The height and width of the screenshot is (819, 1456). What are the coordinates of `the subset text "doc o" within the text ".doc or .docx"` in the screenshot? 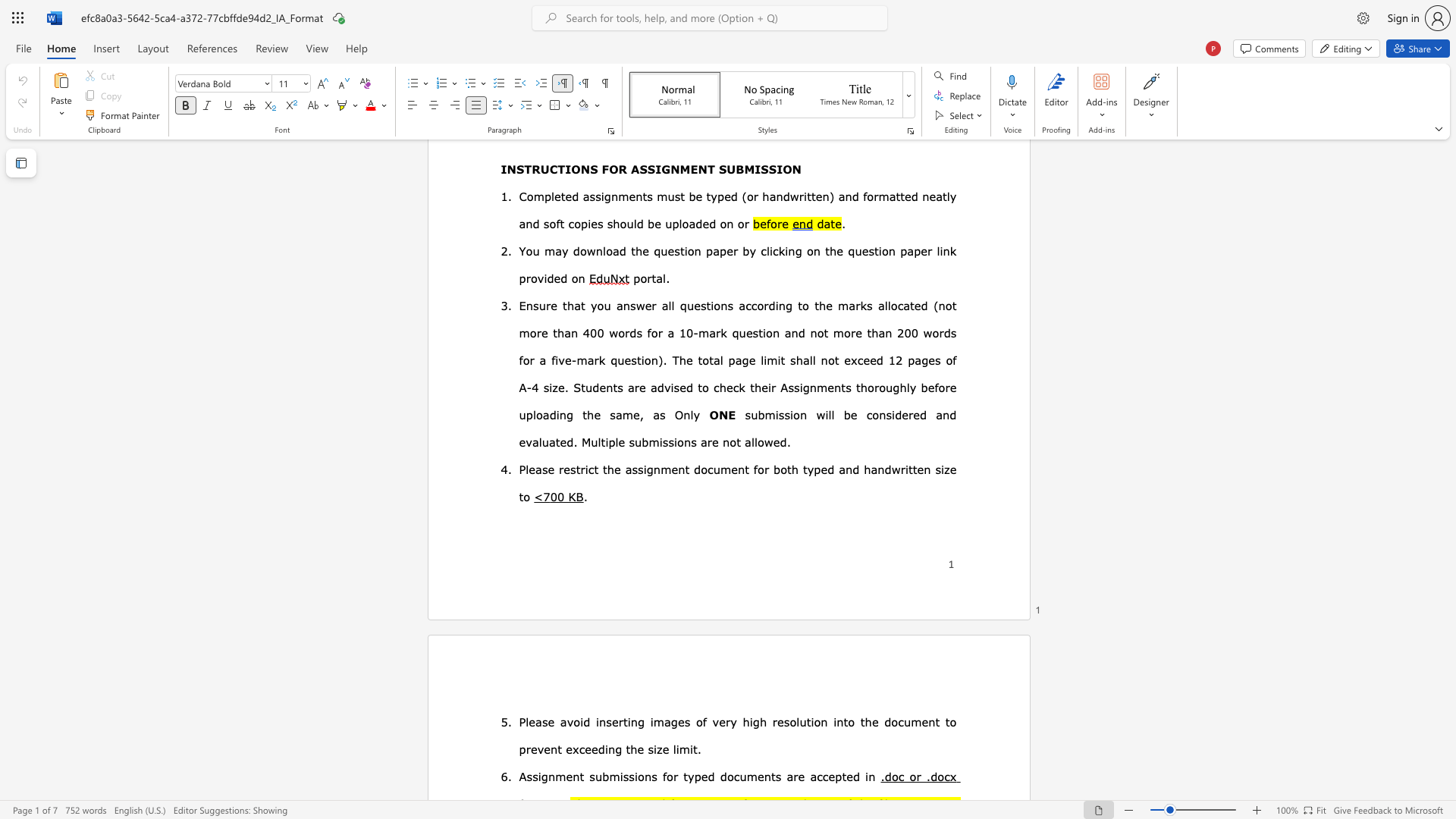 It's located at (884, 776).